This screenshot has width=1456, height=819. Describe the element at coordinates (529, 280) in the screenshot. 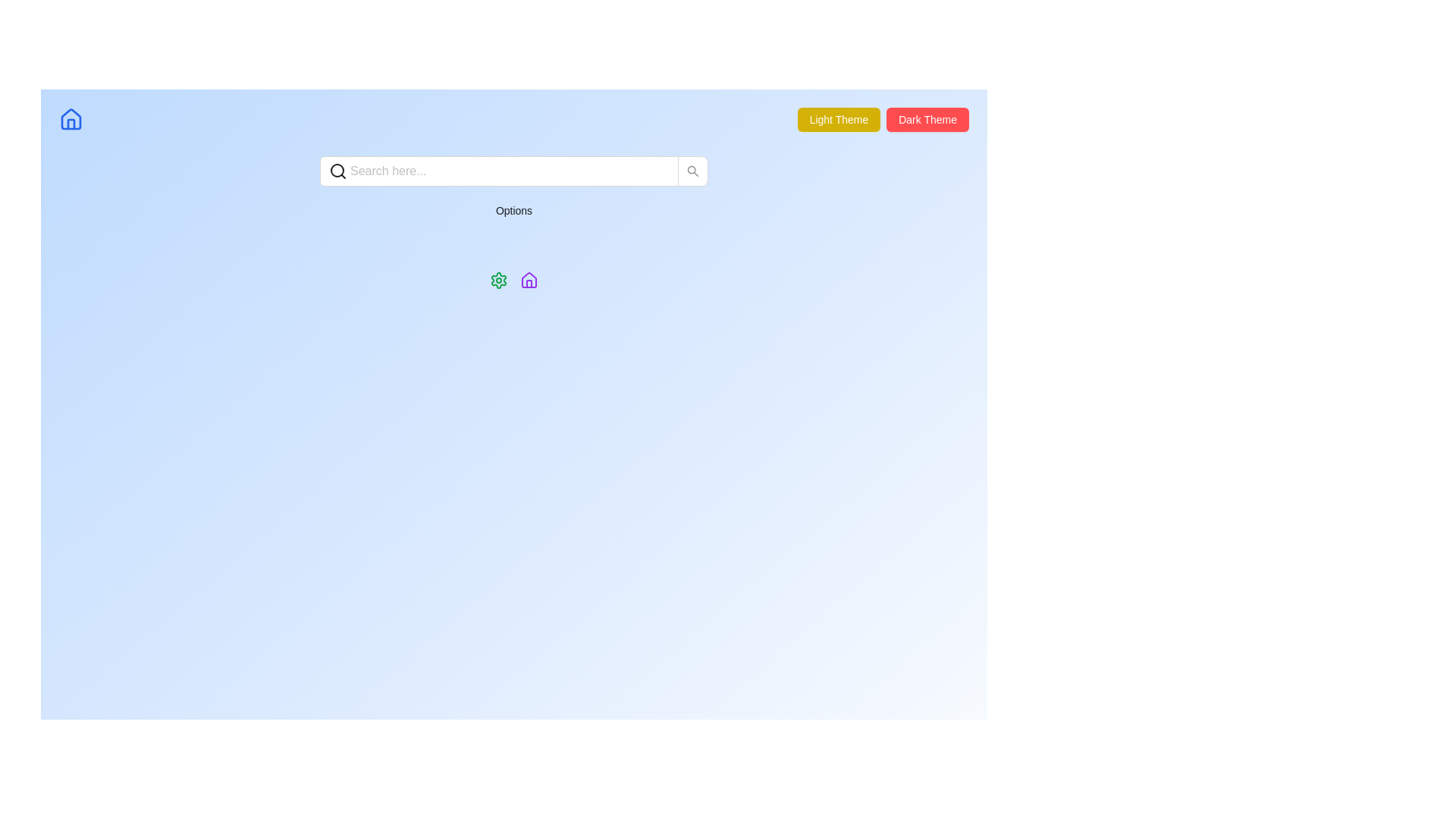

I see `the stylized outline of a house icon, which is part of the 'Options' group located below the search bar, to the right of the green gear icon` at that location.